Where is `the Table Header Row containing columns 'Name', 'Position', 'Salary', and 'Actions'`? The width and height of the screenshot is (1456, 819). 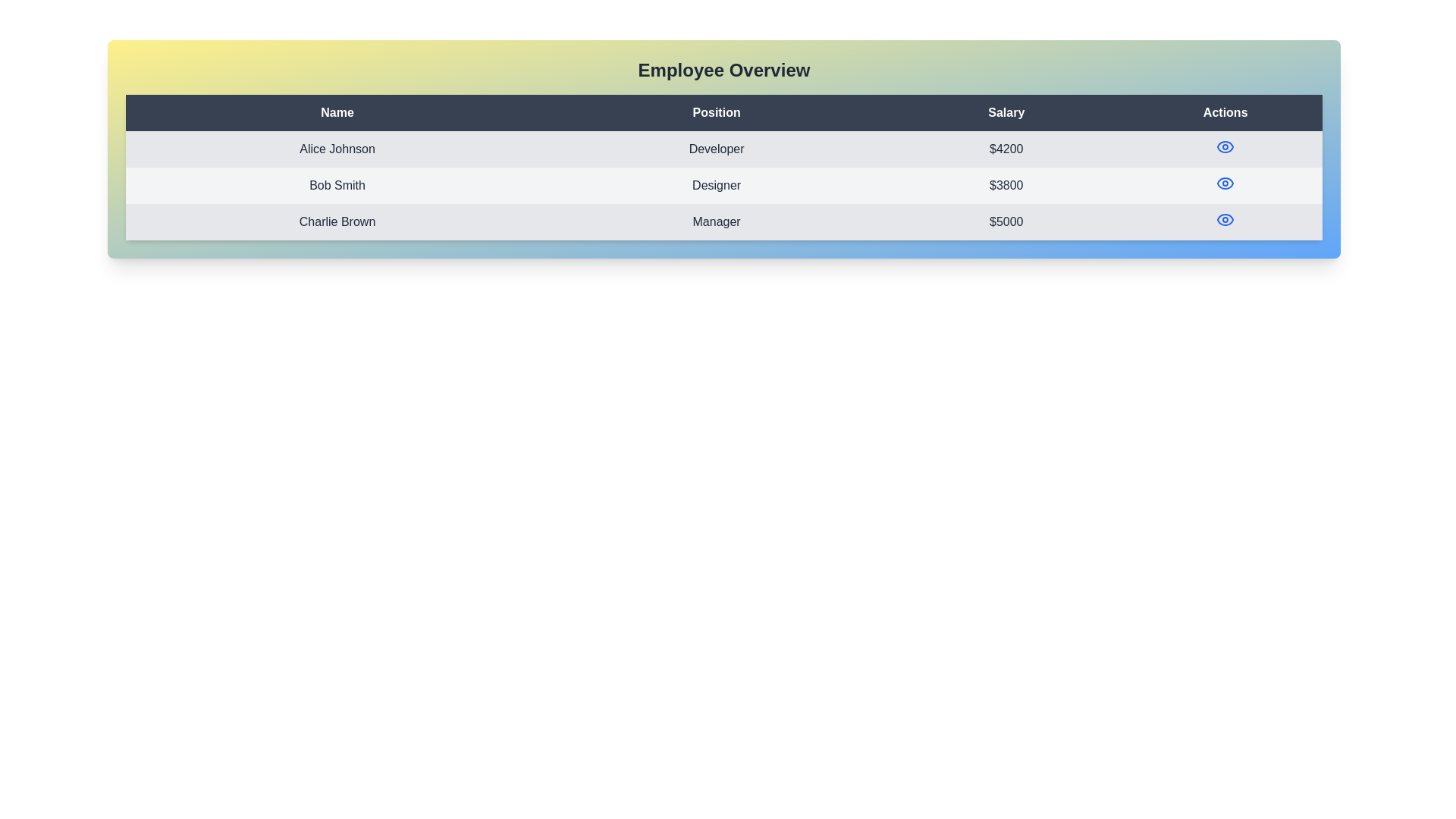
the Table Header Row containing columns 'Name', 'Position', 'Salary', and 'Actions' is located at coordinates (723, 112).